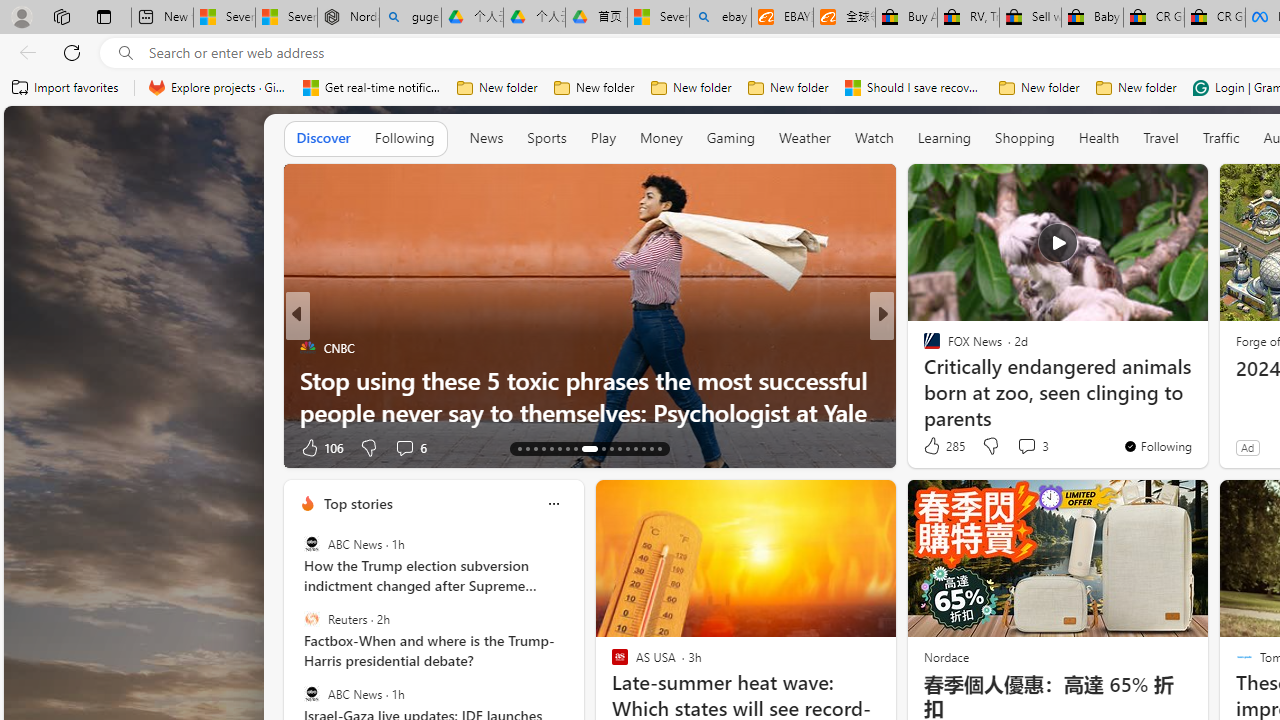 This screenshot has width=1280, height=720. What do you see at coordinates (922, 346) in the screenshot?
I see `'Storyful'` at bounding box center [922, 346].